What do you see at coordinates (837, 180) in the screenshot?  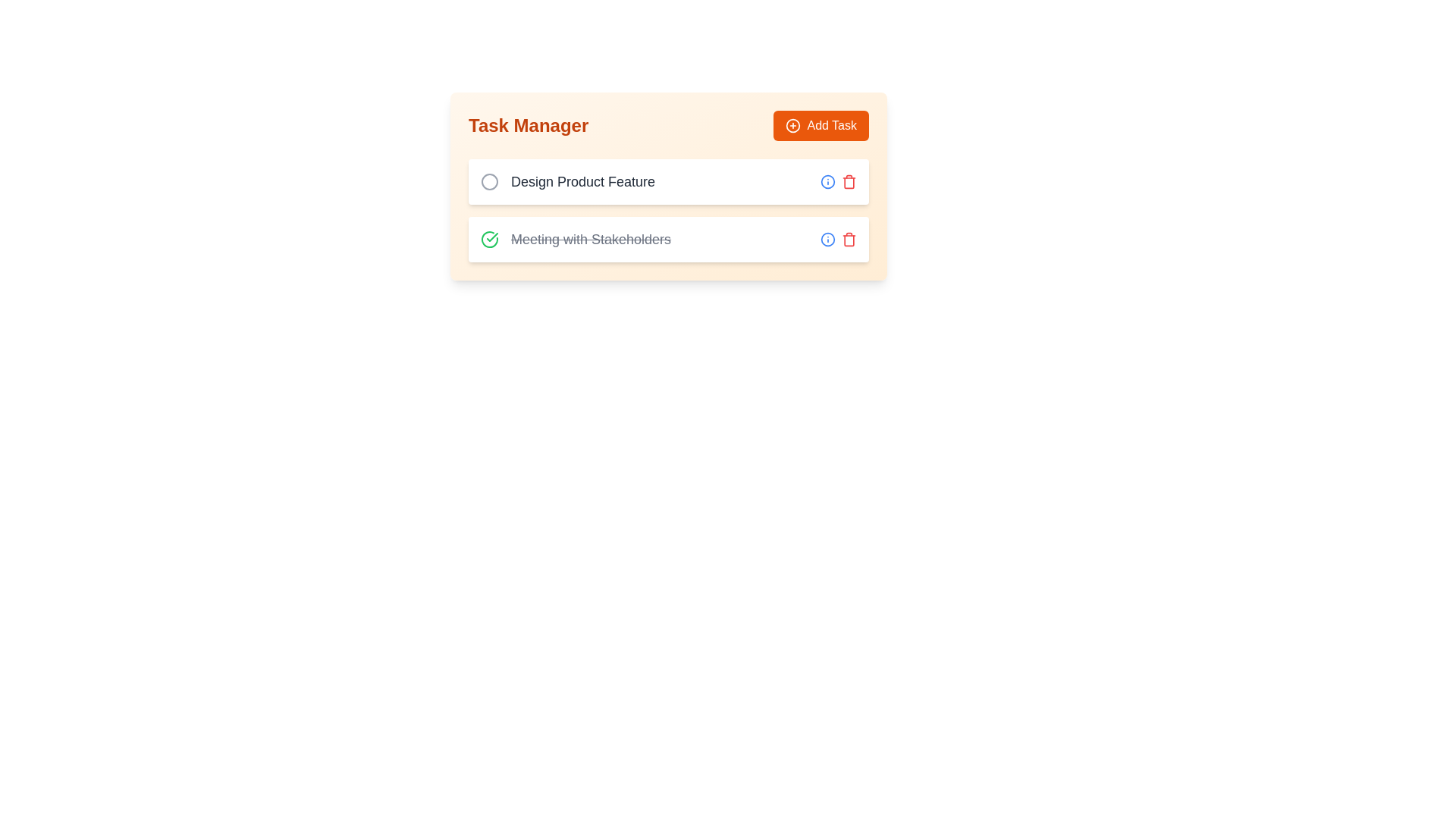 I see `the Button Group consisting of an information icon and a trash bin, located within the right section of the 'Design Product Feature' list item` at bounding box center [837, 180].